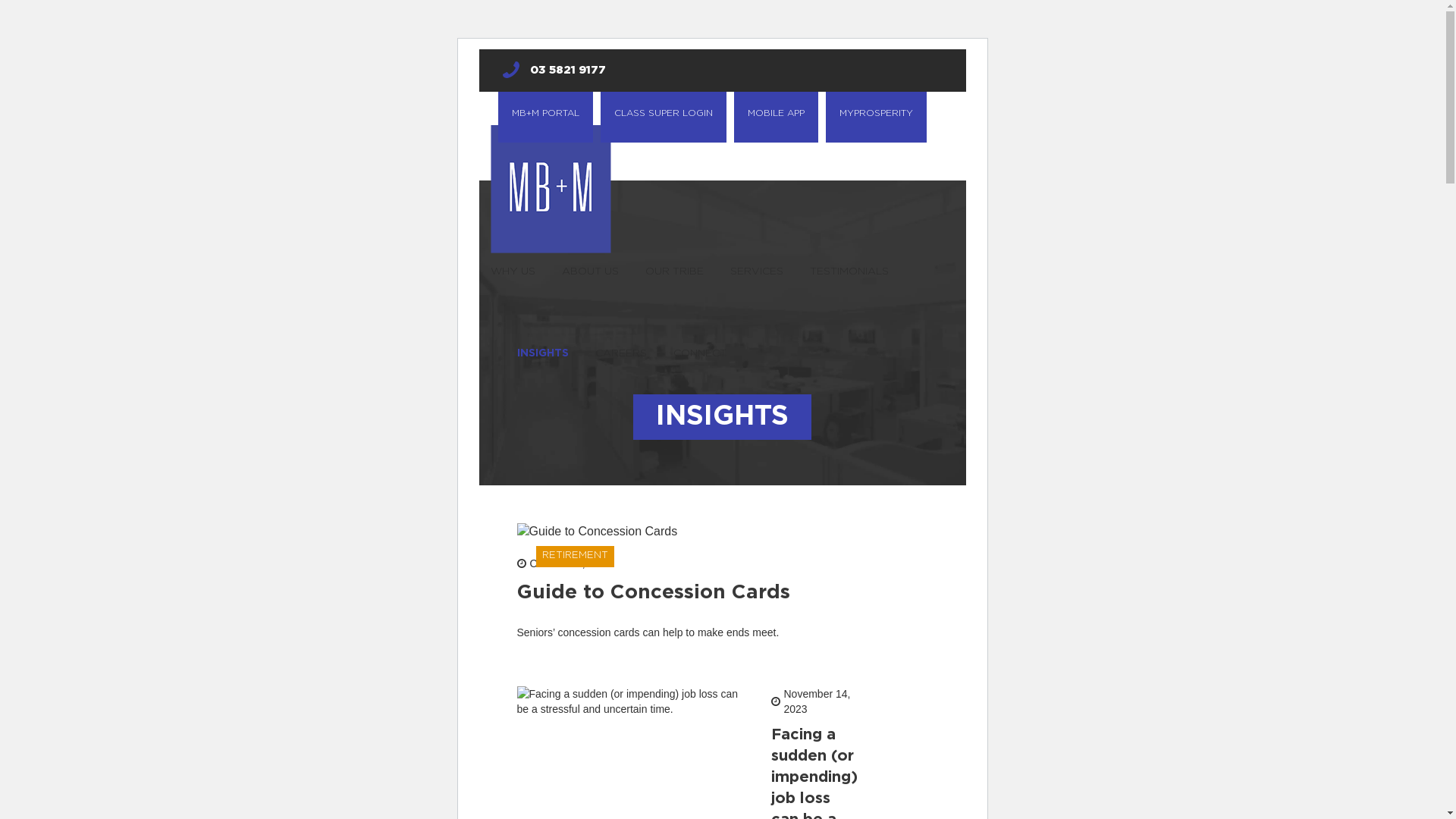 This screenshot has width=1456, height=819. What do you see at coordinates (544, 116) in the screenshot?
I see `'MB+M PORTAL'` at bounding box center [544, 116].